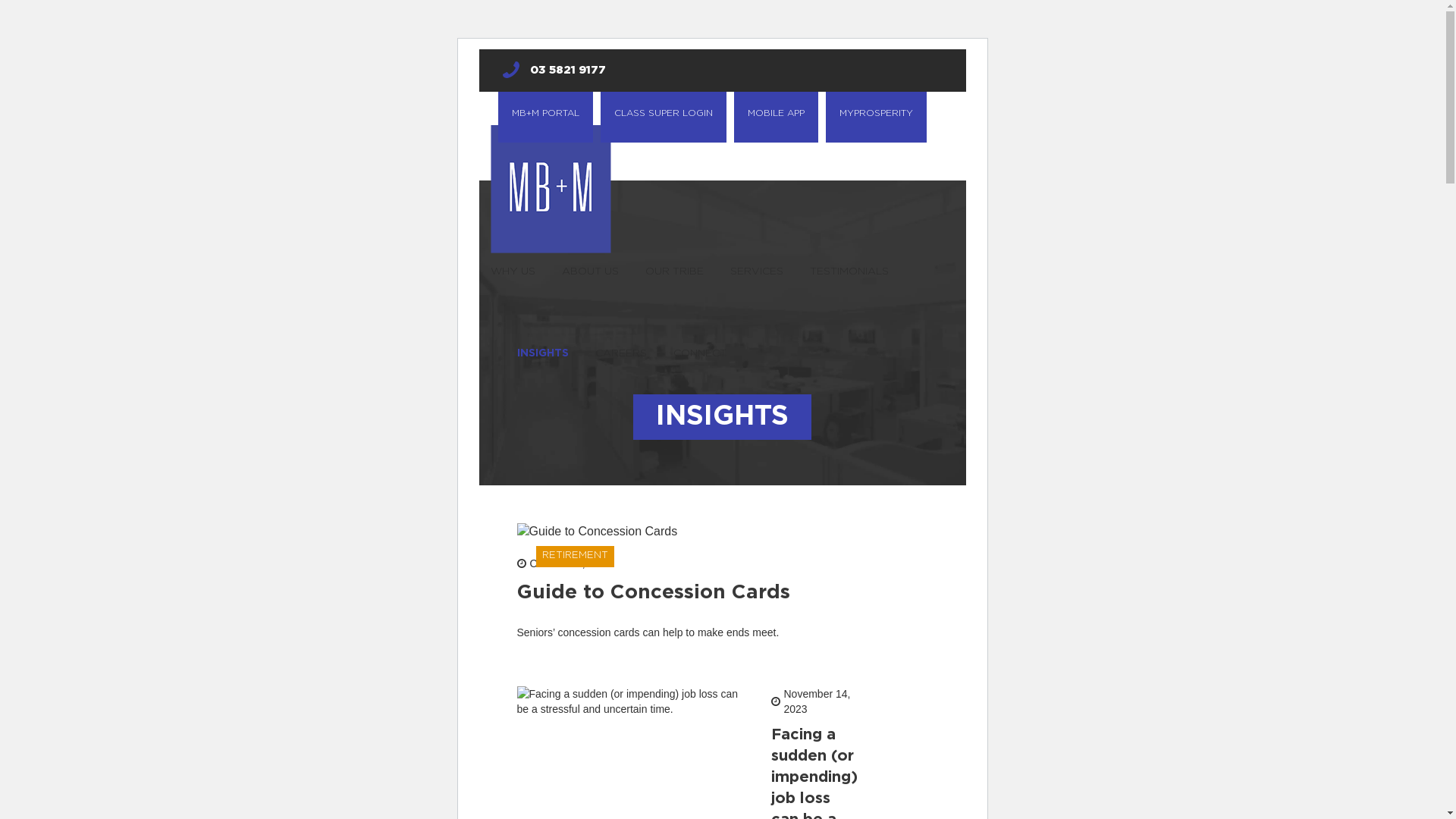 This screenshot has width=1456, height=819. What do you see at coordinates (544, 116) in the screenshot?
I see `'MB+M PORTAL'` at bounding box center [544, 116].